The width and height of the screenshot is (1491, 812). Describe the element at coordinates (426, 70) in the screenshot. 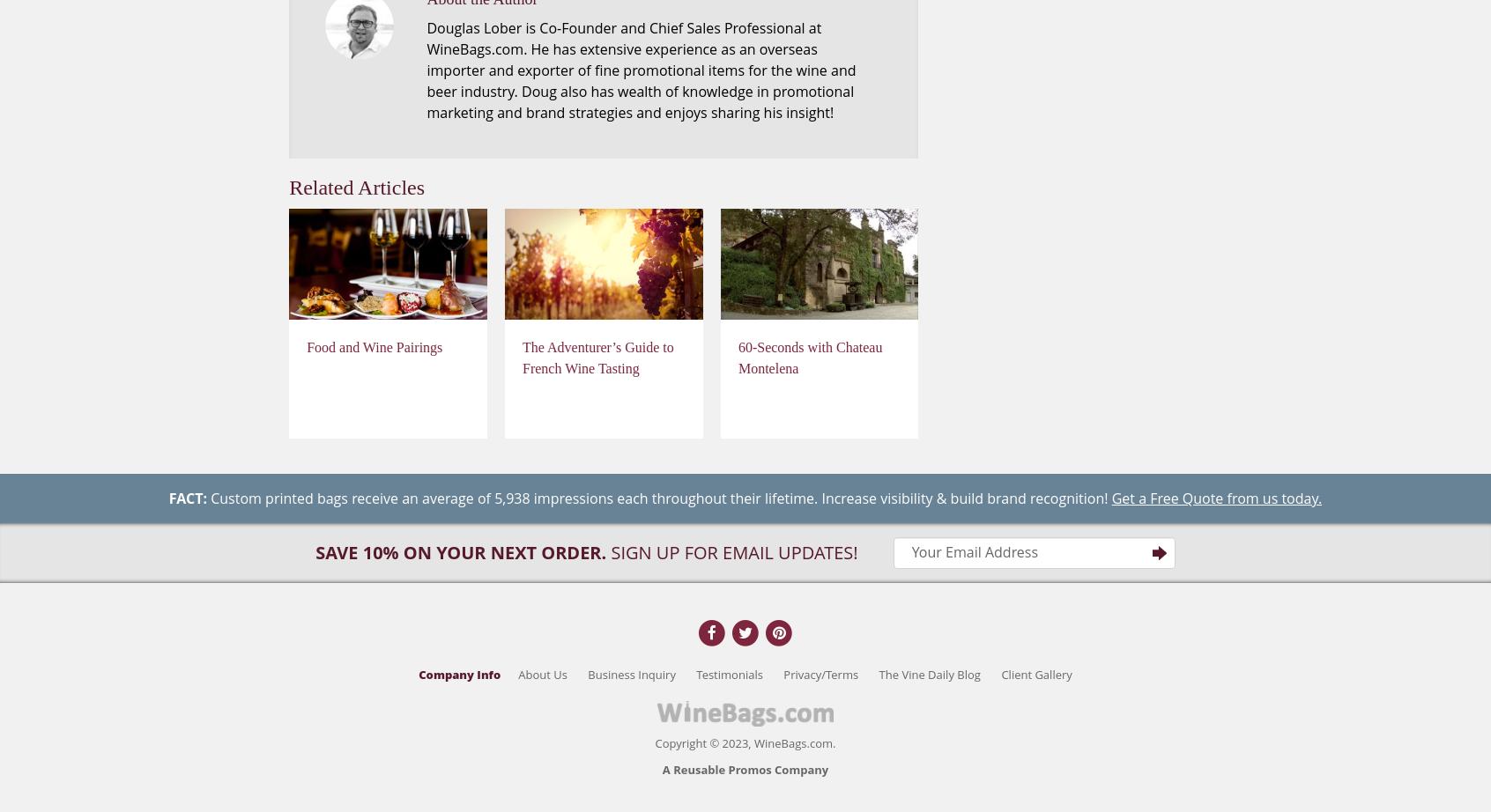

I see `'Douglas Lober is Co-Founder and Chief Sales Professional at WineBags.com. He has extensive experience as an overseas importer and exporter of fine promotional items for the wine and beer industry. Doug also has wealth of knowledge in promotional marketing and brand strategies and enjoys sharing his insight!'` at that location.